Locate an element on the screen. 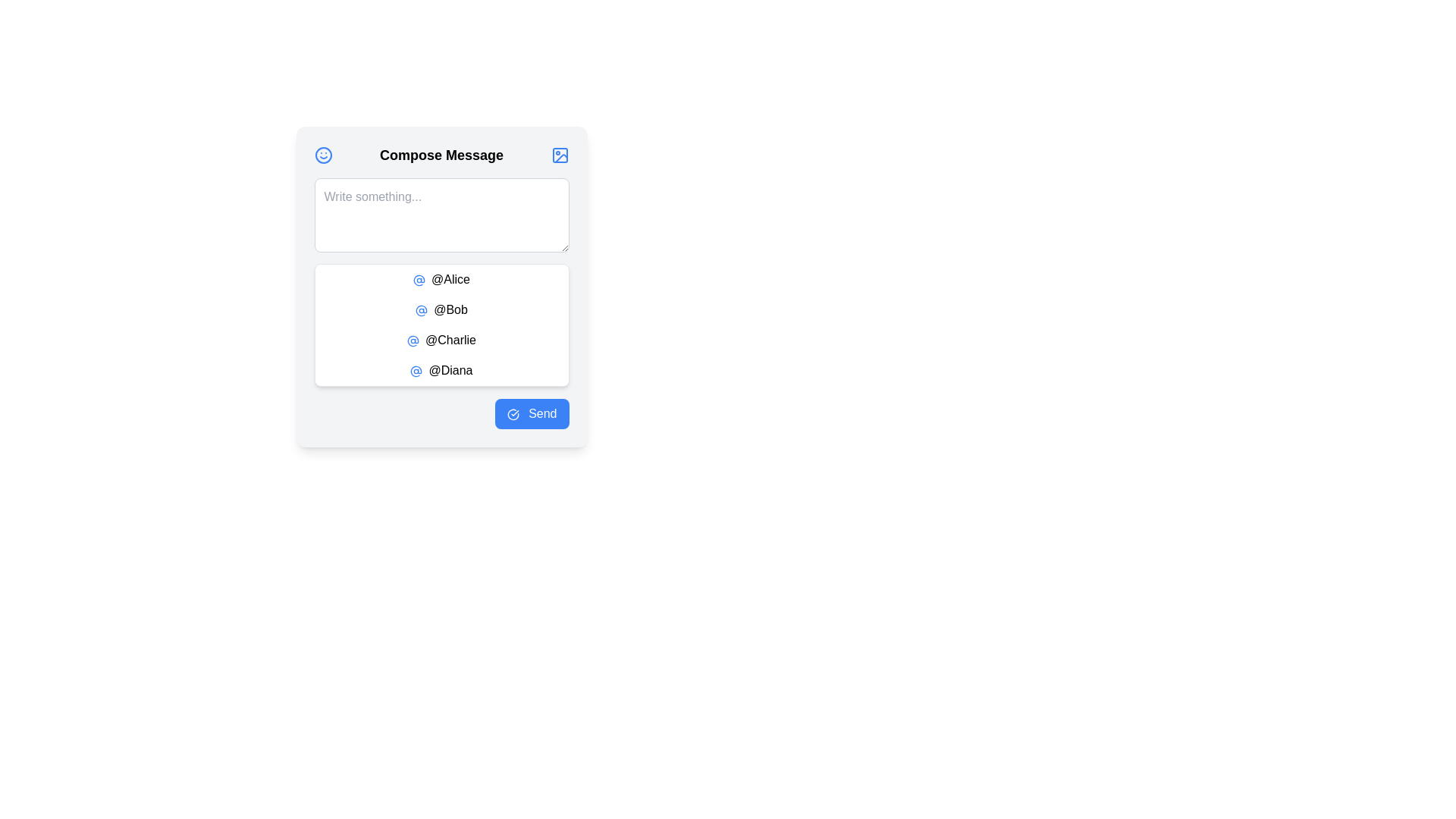  the third username option in the list, which is located between '@Bob' and '@Diana' is located at coordinates (441, 339).